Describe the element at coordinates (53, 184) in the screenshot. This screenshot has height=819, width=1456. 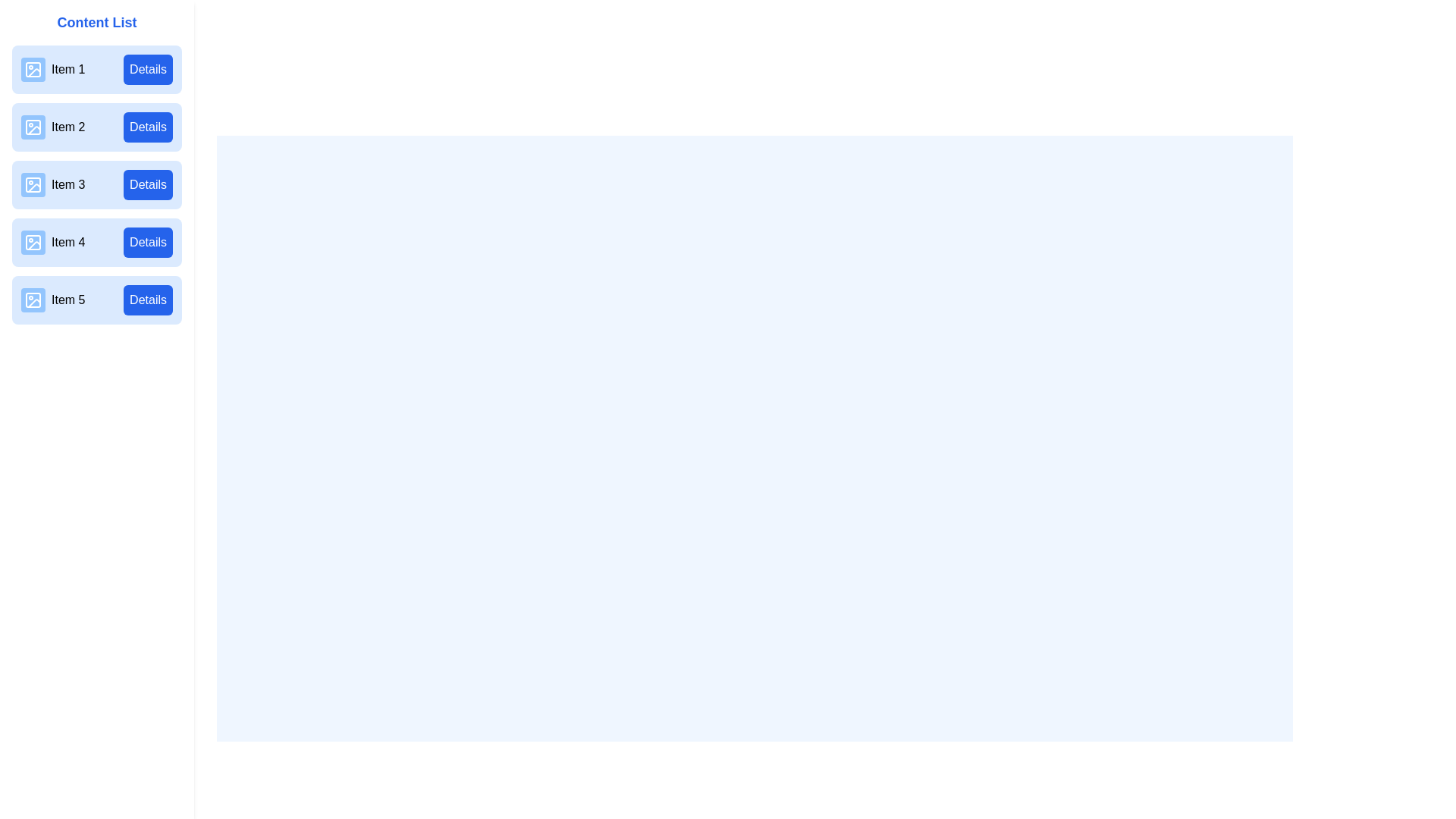
I see `the descriptive text label that represents the associated content or item, located in the middle of the left column of a vertically scrolling list` at that location.